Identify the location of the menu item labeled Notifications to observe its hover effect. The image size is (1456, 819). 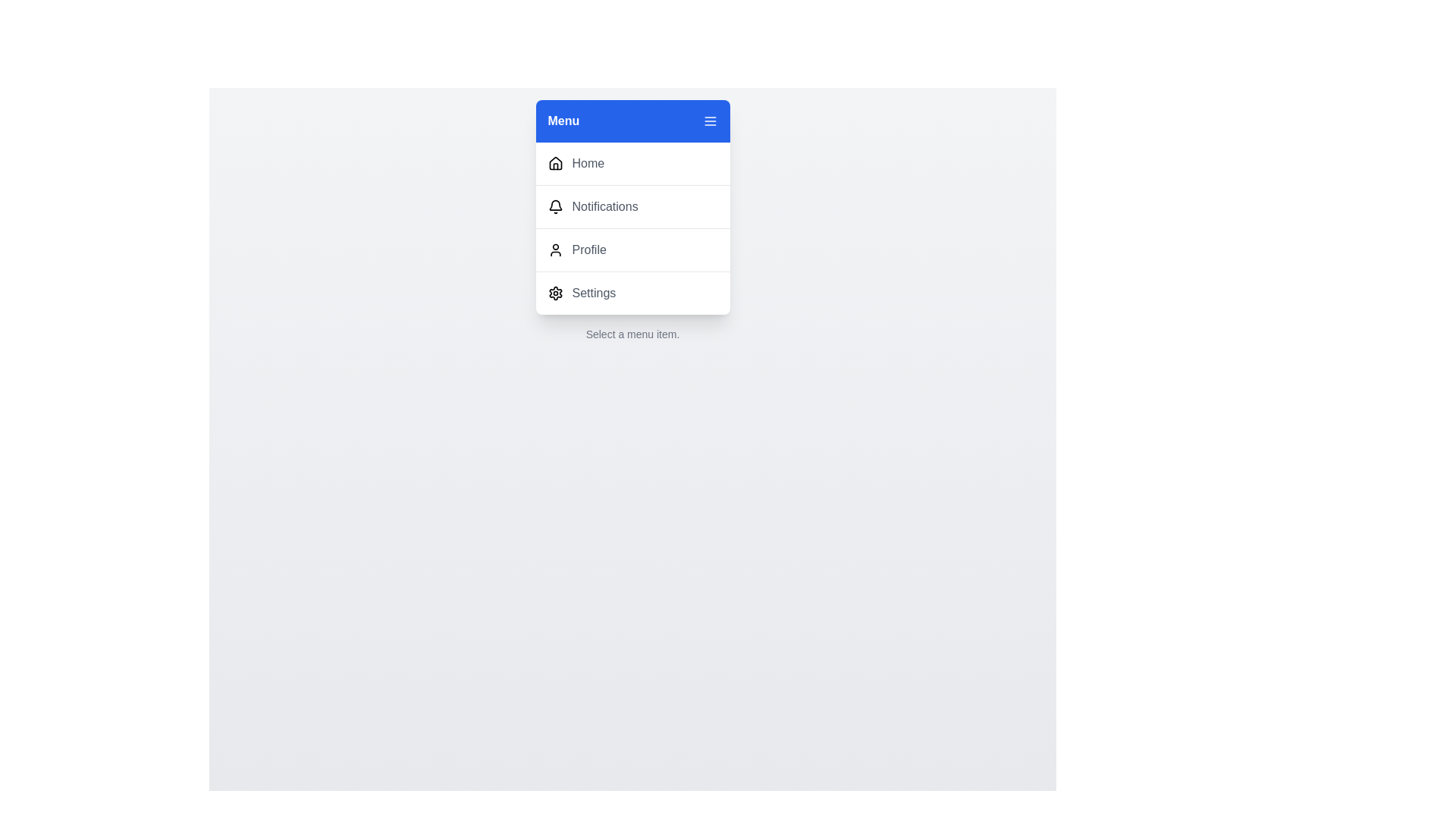
(632, 206).